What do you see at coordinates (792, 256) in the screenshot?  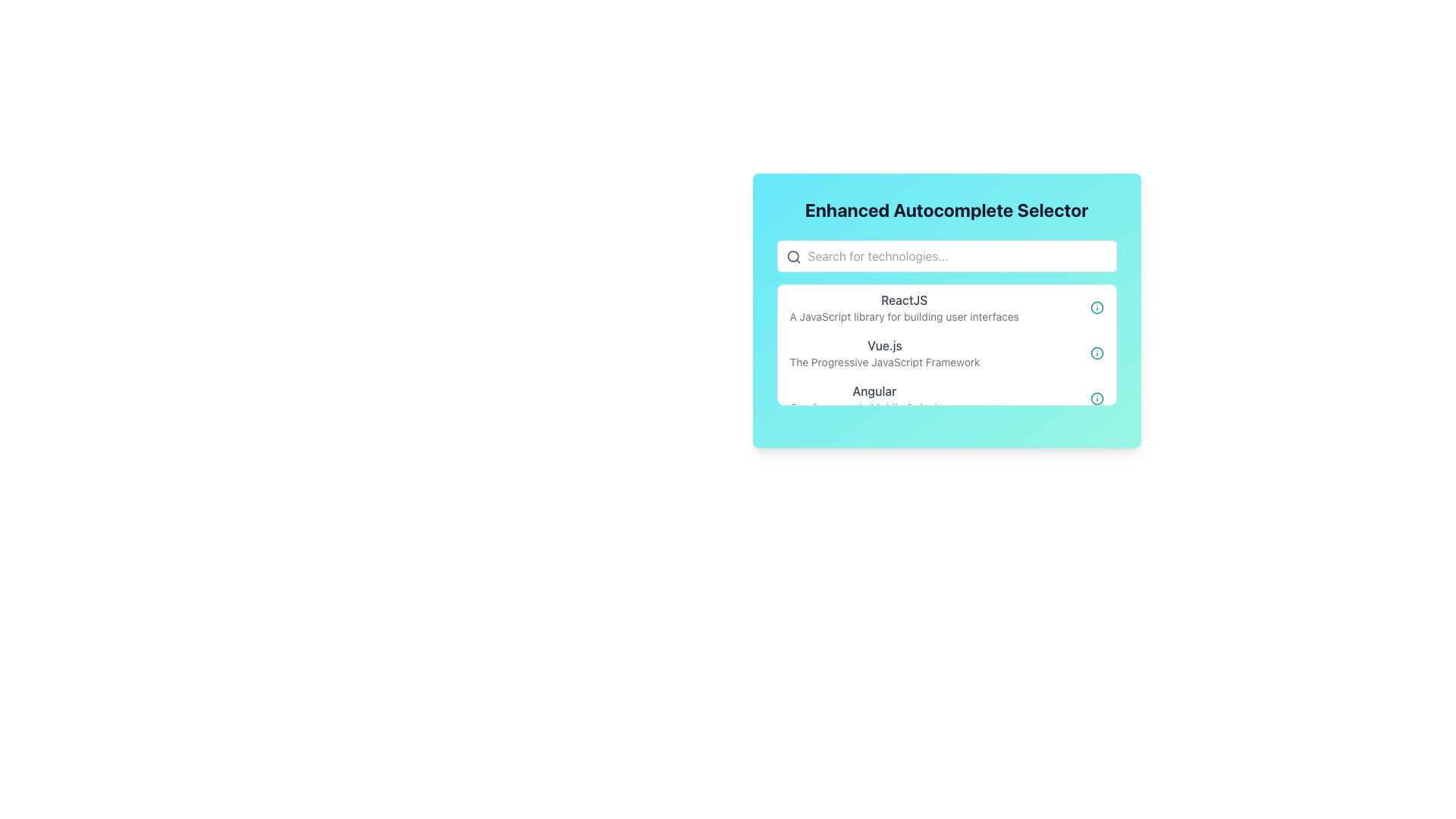 I see `the search bar icon located at the beginning of the search bar` at bounding box center [792, 256].